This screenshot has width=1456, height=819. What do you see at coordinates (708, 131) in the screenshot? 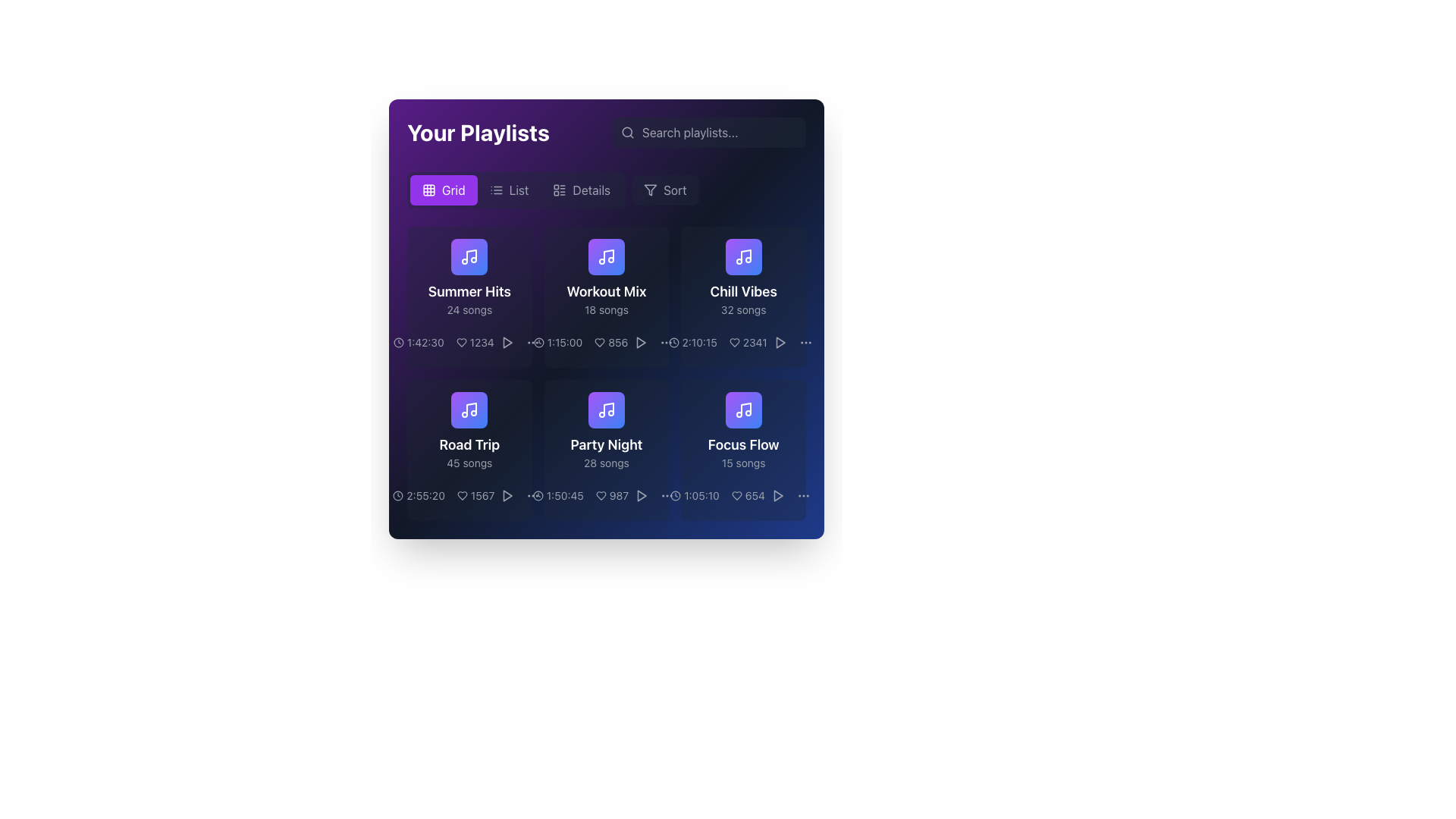
I see `the search input field with placeholder text 'Search playlists...' to focus on it` at bounding box center [708, 131].